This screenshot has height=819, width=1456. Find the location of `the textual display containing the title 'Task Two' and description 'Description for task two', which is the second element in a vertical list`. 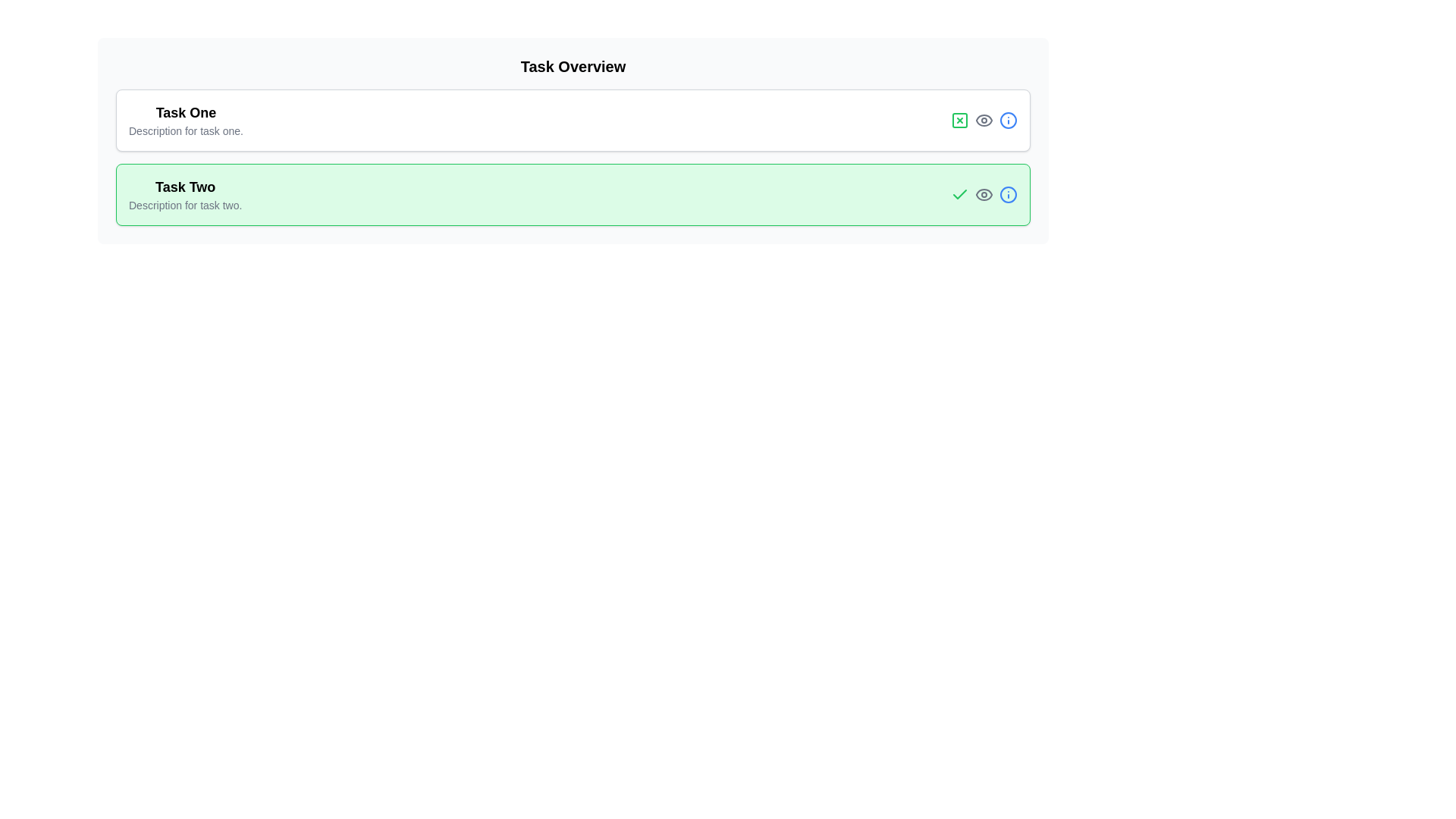

the textual display containing the title 'Task Two' and description 'Description for task two', which is the second element in a vertical list is located at coordinates (184, 194).